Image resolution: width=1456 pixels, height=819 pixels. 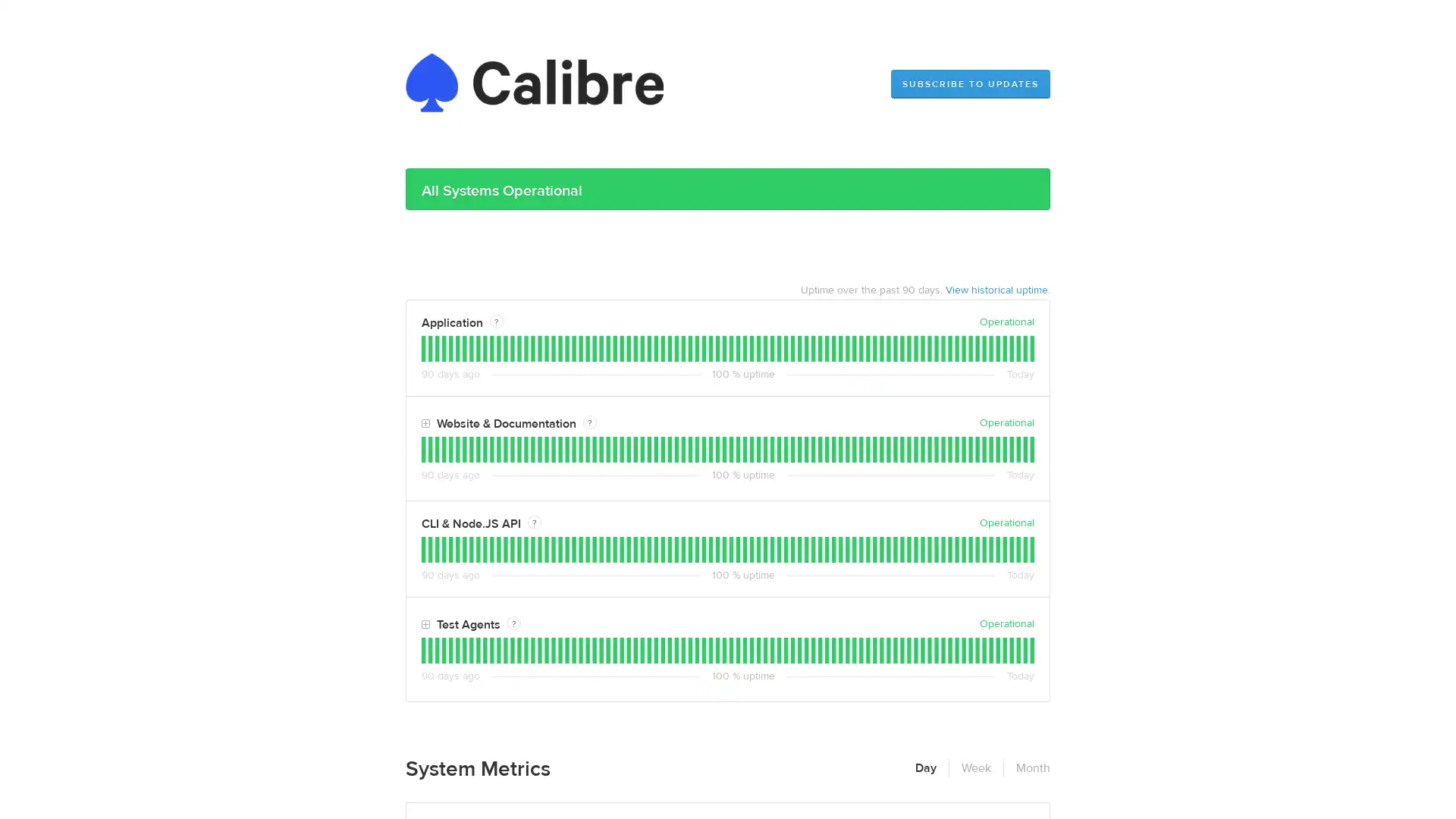 What do you see at coordinates (425, 625) in the screenshot?
I see `Toggle Test Agents` at bounding box center [425, 625].